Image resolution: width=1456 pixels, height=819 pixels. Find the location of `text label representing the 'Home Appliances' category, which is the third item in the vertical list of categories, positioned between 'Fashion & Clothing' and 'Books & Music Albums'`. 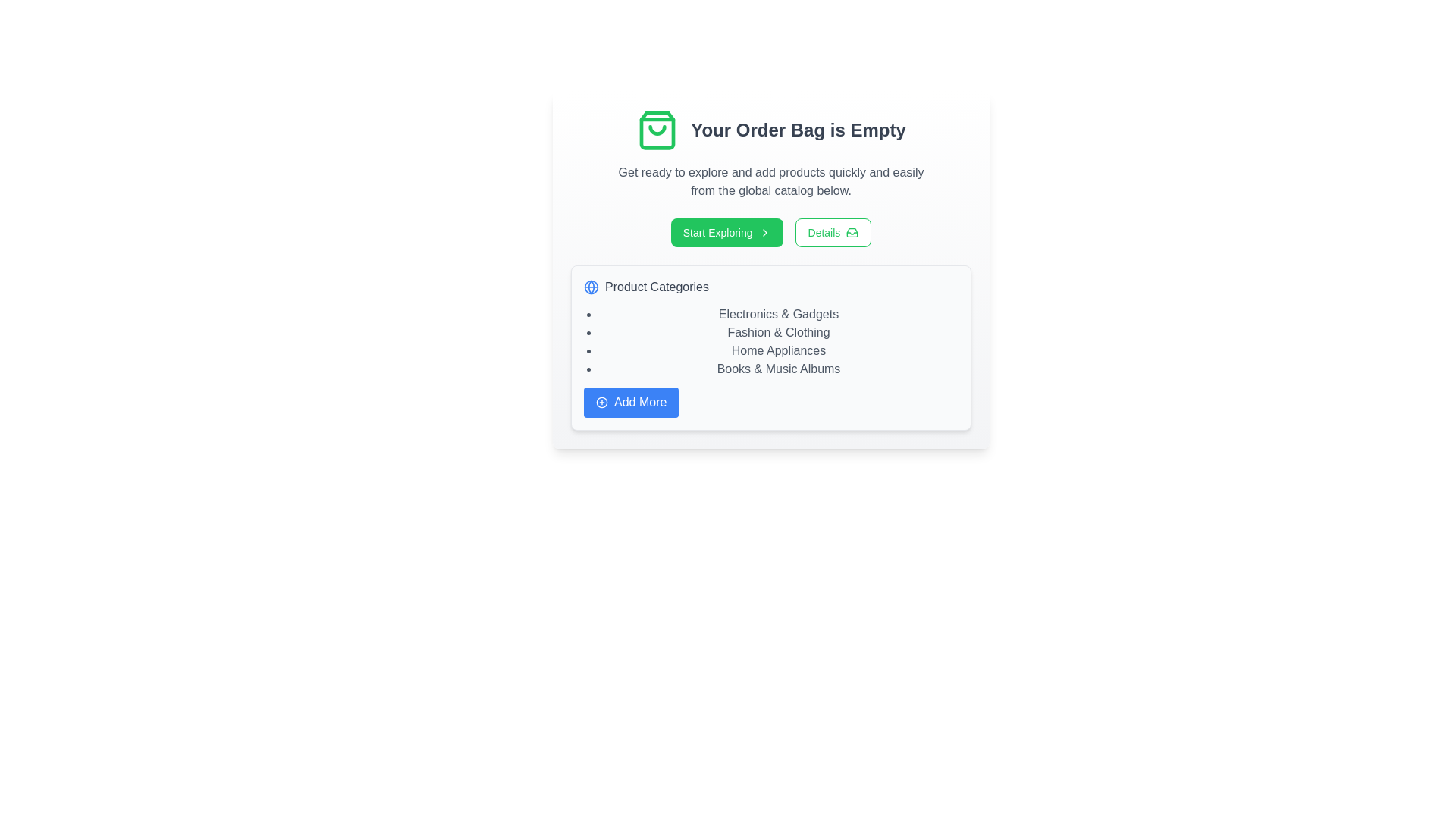

text label representing the 'Home Appliances' category, which is the third item in the vertical list of categories, positioned between 'Fashion & Clothing' and 'Books & Music Albums' is located at coordinates (779, 350).